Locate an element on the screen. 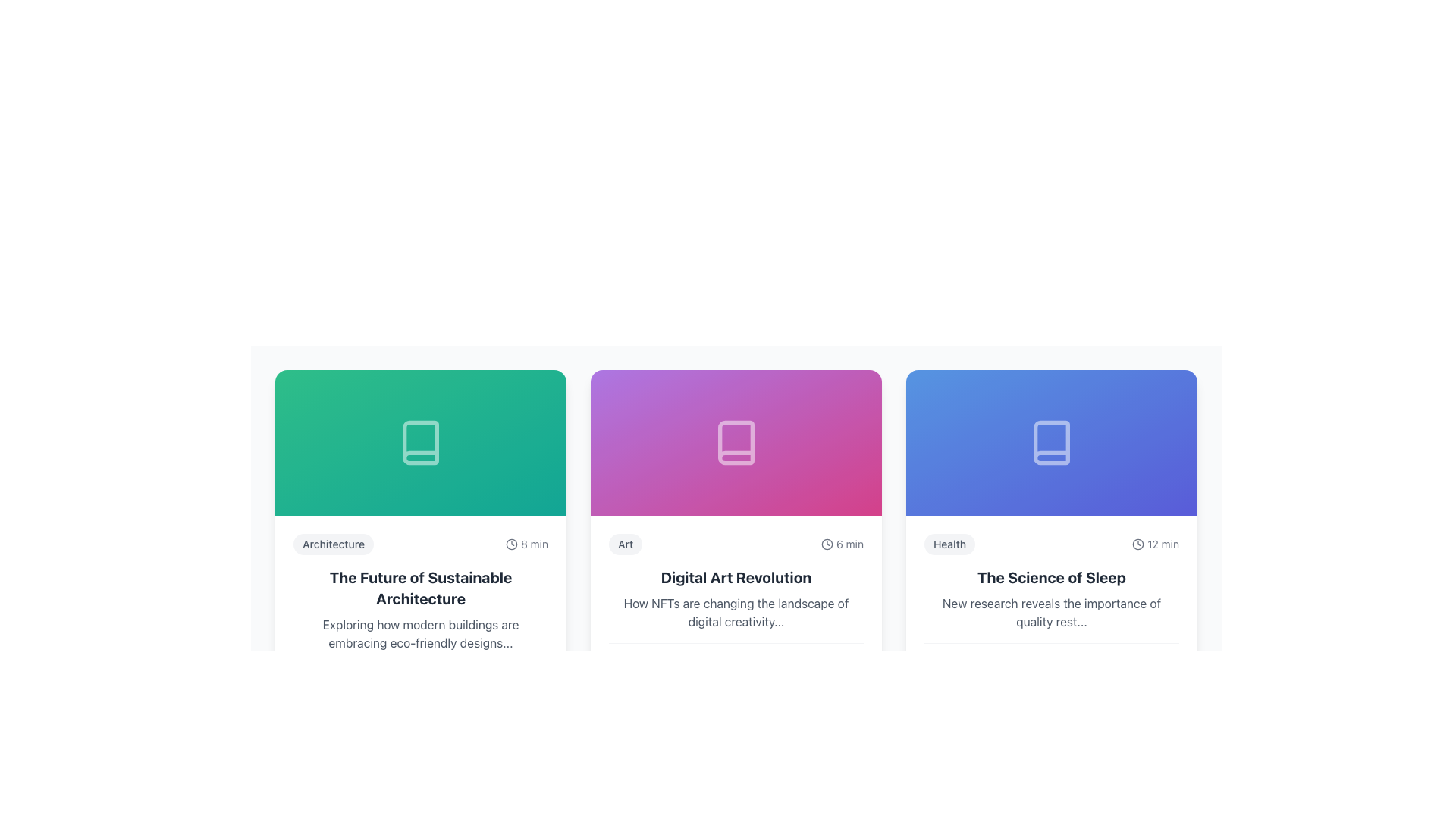 This screenshot has height=819, width=1456. the text block that provides a brief description about the article titled 'Digital Art Revolution', located within a card component in a vertical stack is located at coordinates (736, 611).